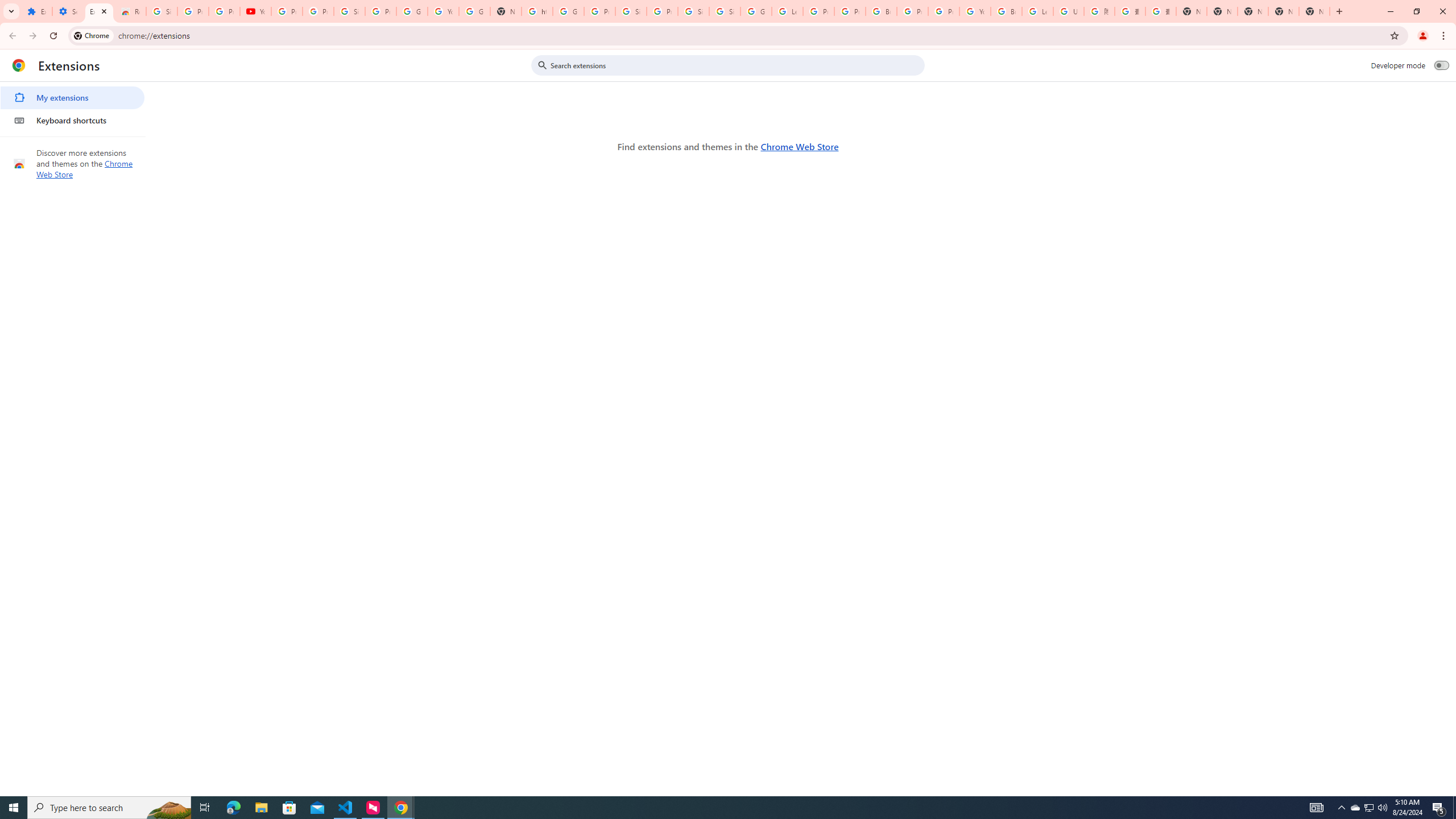 The height and width of the screenshot is (819, 1456). Describe the element at coordinates (735, 65) in the screenshot. I see `'Search extensions'` at that location.